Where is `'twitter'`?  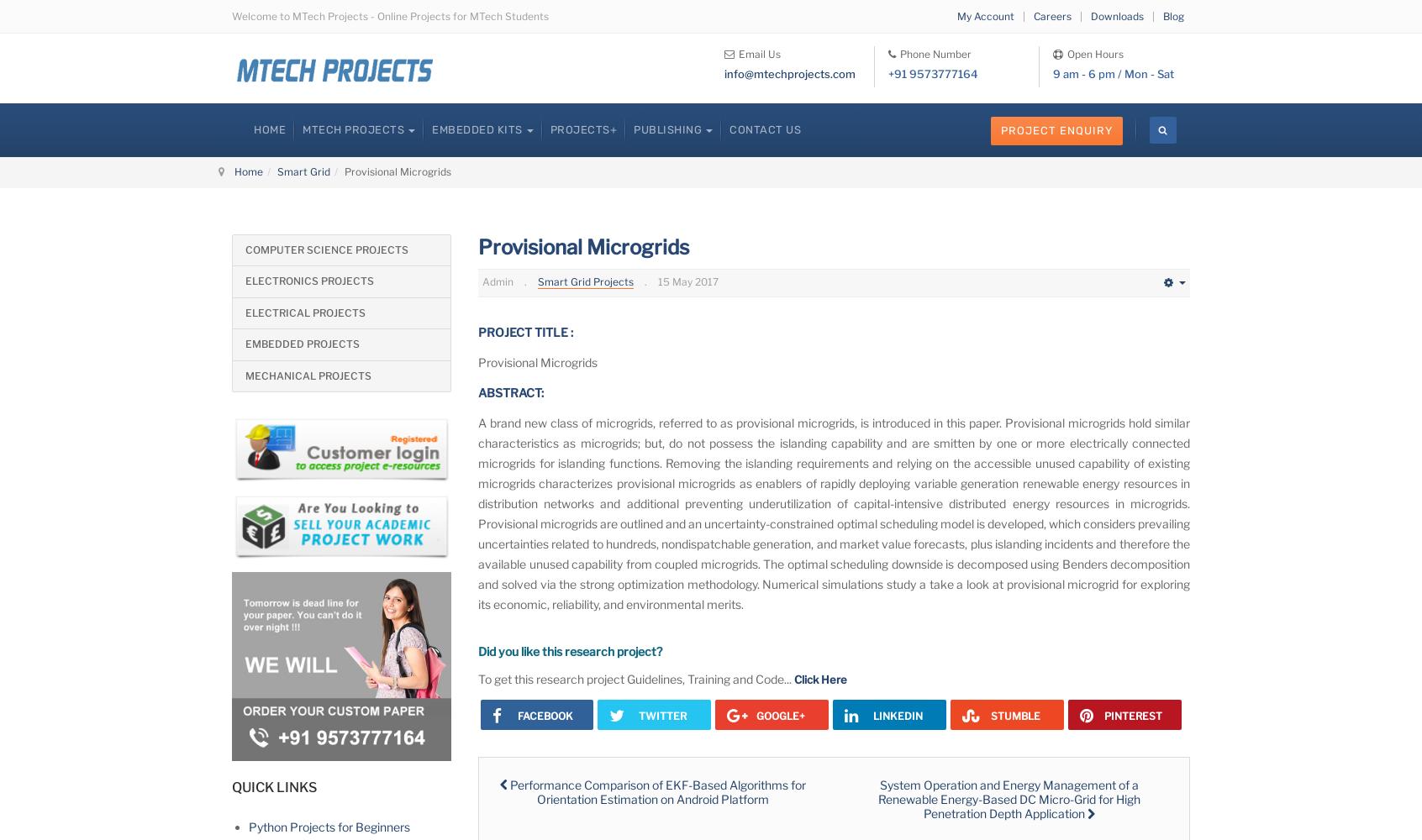 'twitter' is located at coordinates (662, 714).